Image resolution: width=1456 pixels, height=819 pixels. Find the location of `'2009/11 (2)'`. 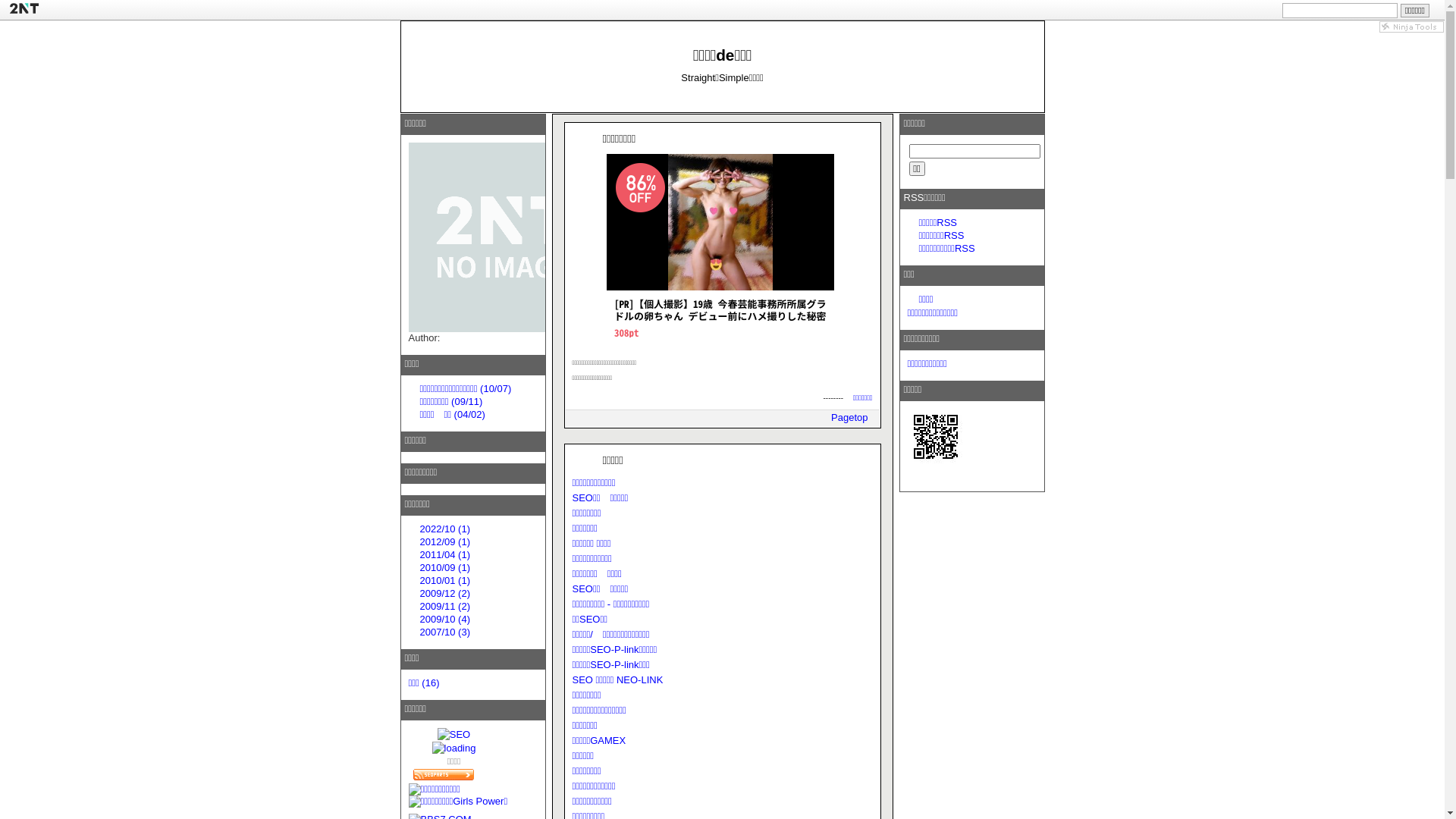

'2009/11 (2)' is located at coordinates (419, 605).